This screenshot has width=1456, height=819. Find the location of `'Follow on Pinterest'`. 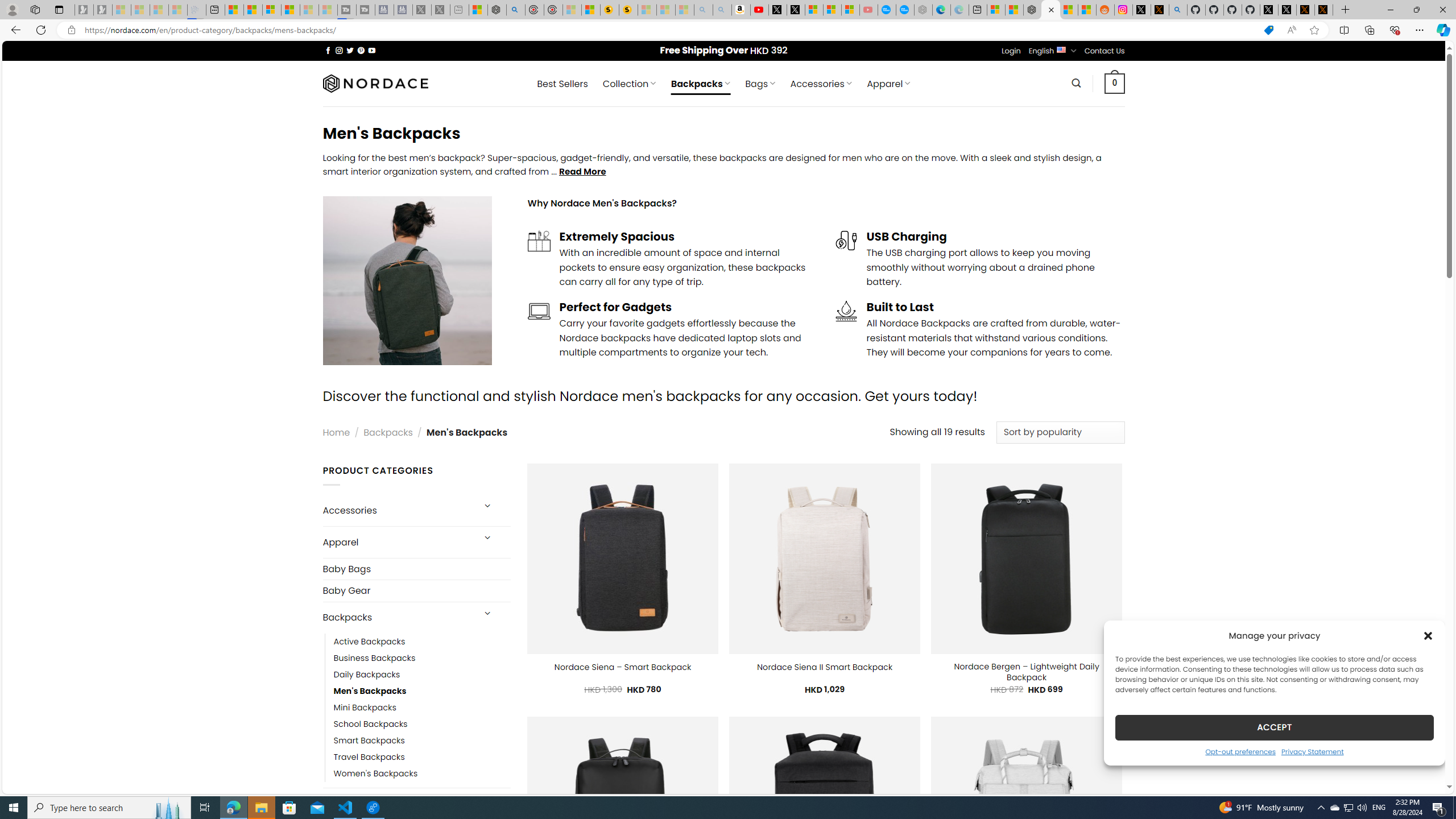

'Follow on Pinterest' is located at coordinates (359, 50).